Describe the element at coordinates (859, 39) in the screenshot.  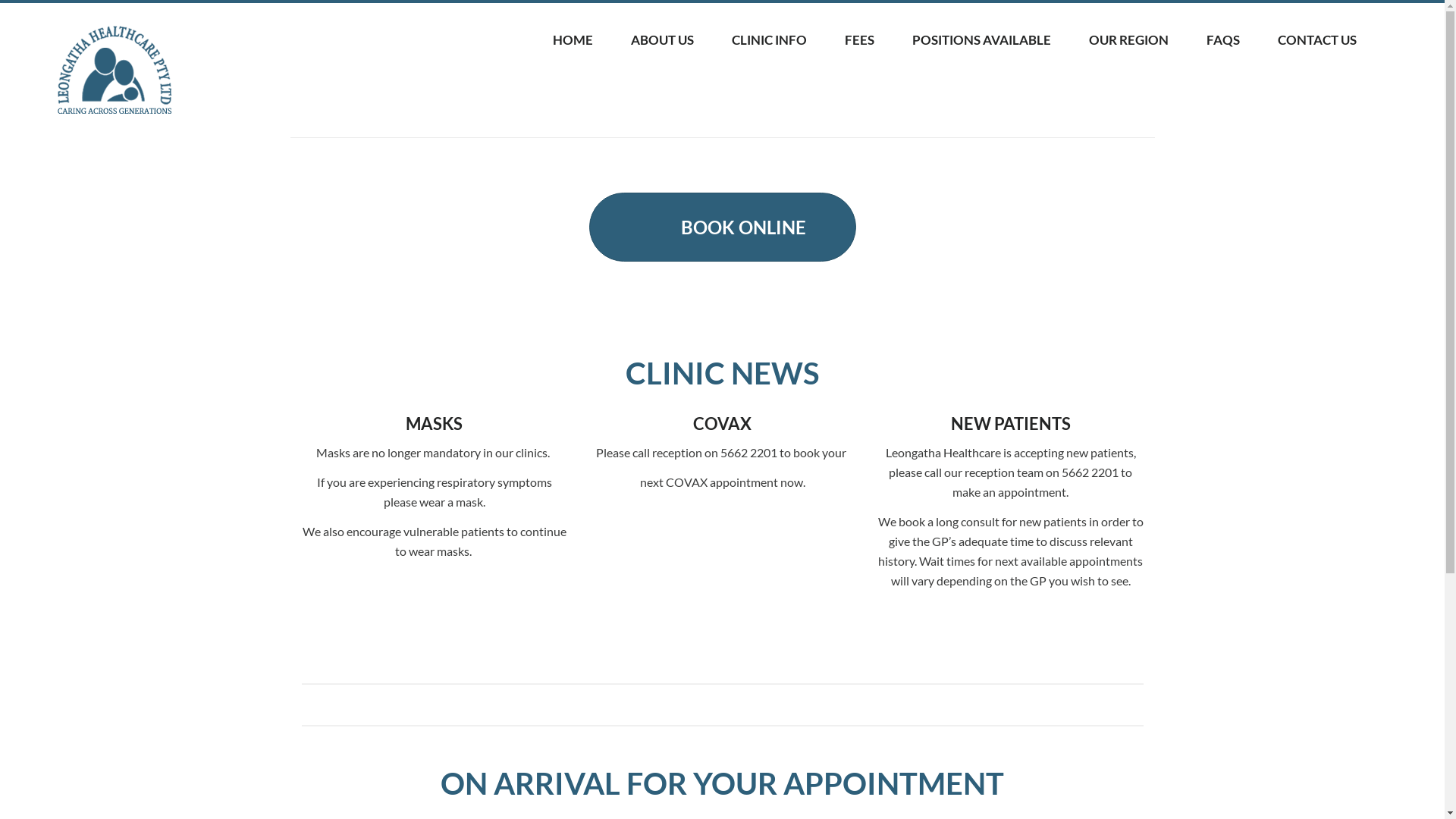
I see `'FEES'` at that location.